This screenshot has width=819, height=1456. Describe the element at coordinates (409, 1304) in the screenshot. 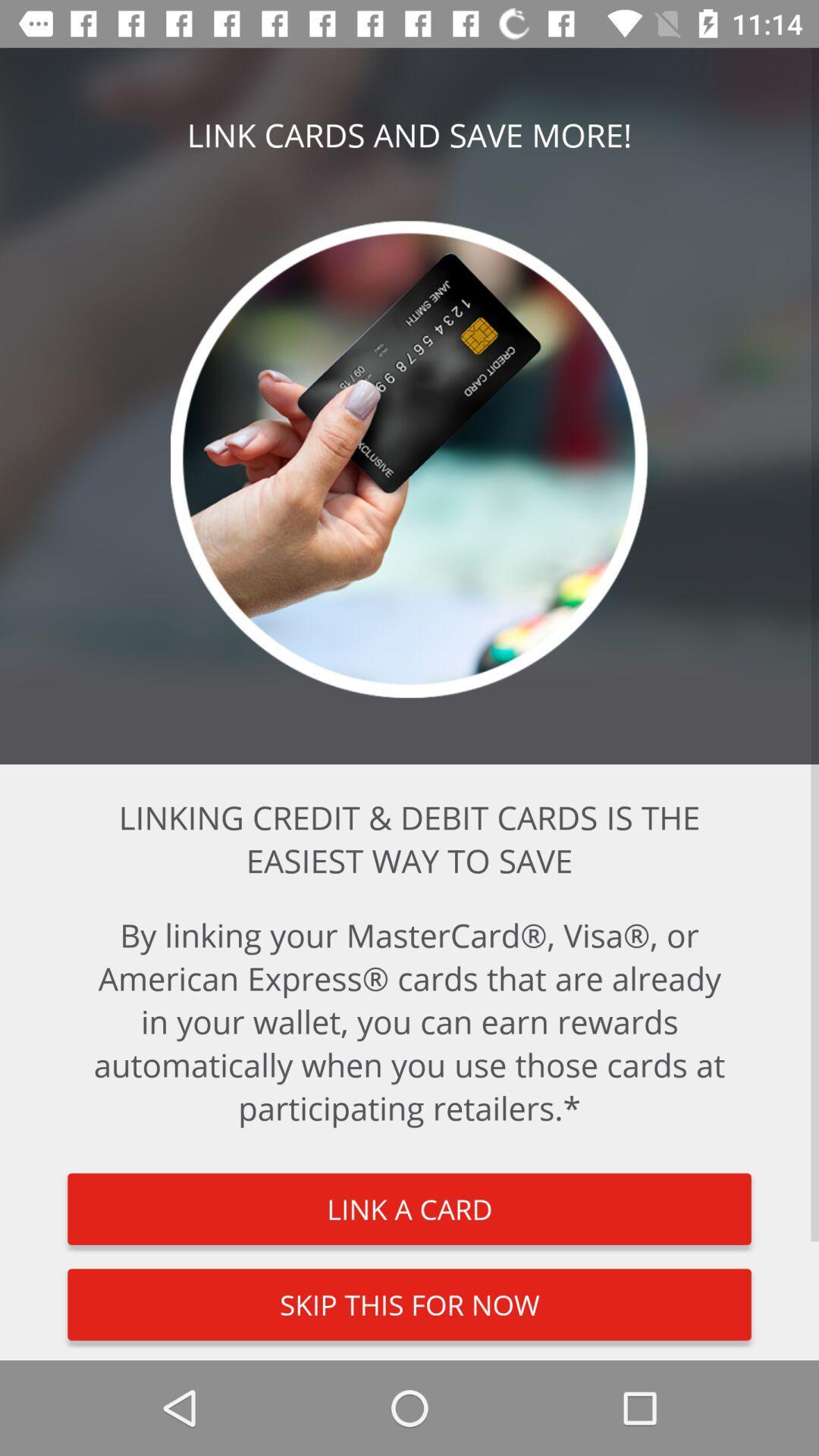

I see `item below the link a card` at that location.